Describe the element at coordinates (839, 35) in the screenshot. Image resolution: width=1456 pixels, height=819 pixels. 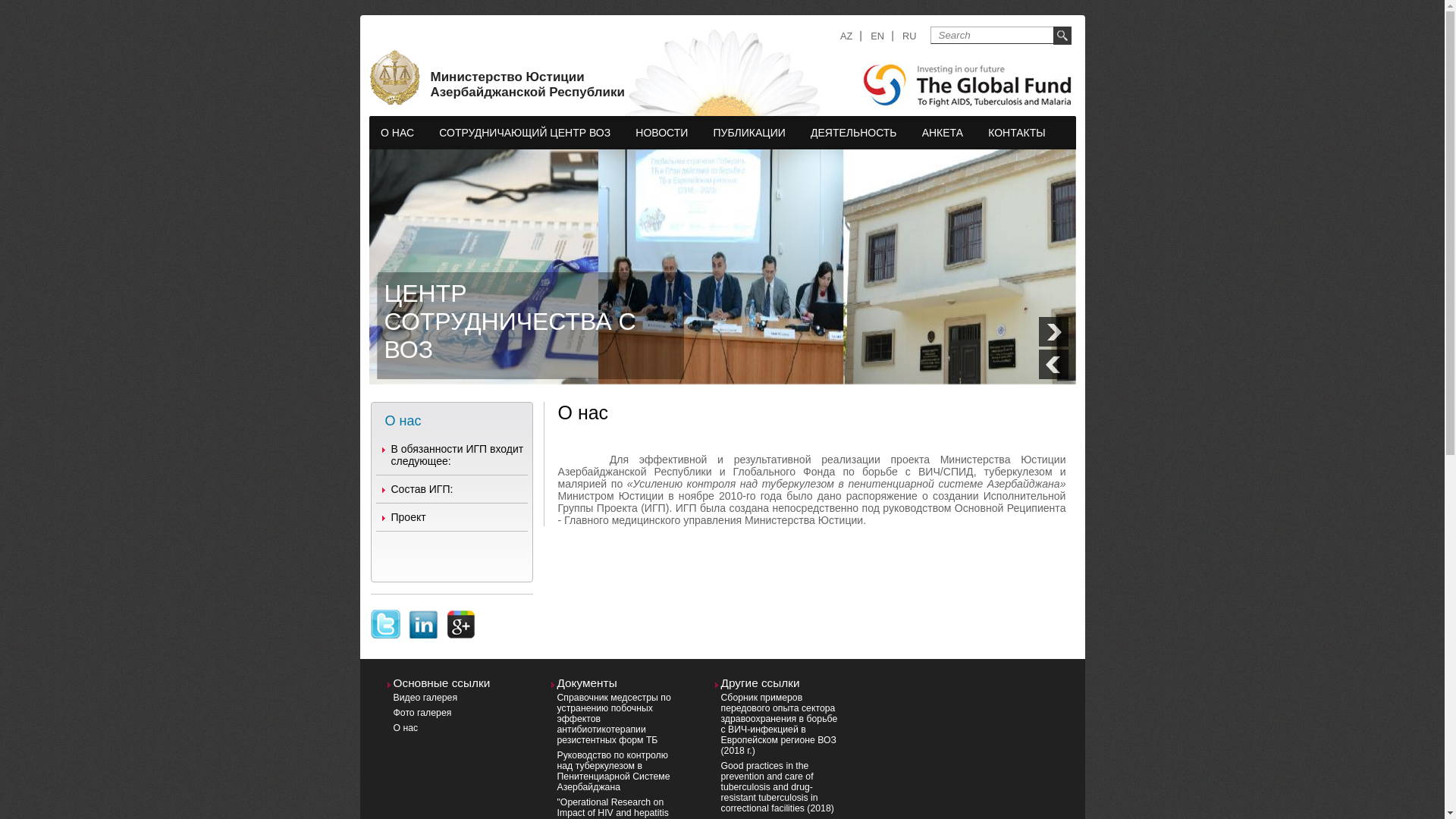
I see `'AZ'` at that location.